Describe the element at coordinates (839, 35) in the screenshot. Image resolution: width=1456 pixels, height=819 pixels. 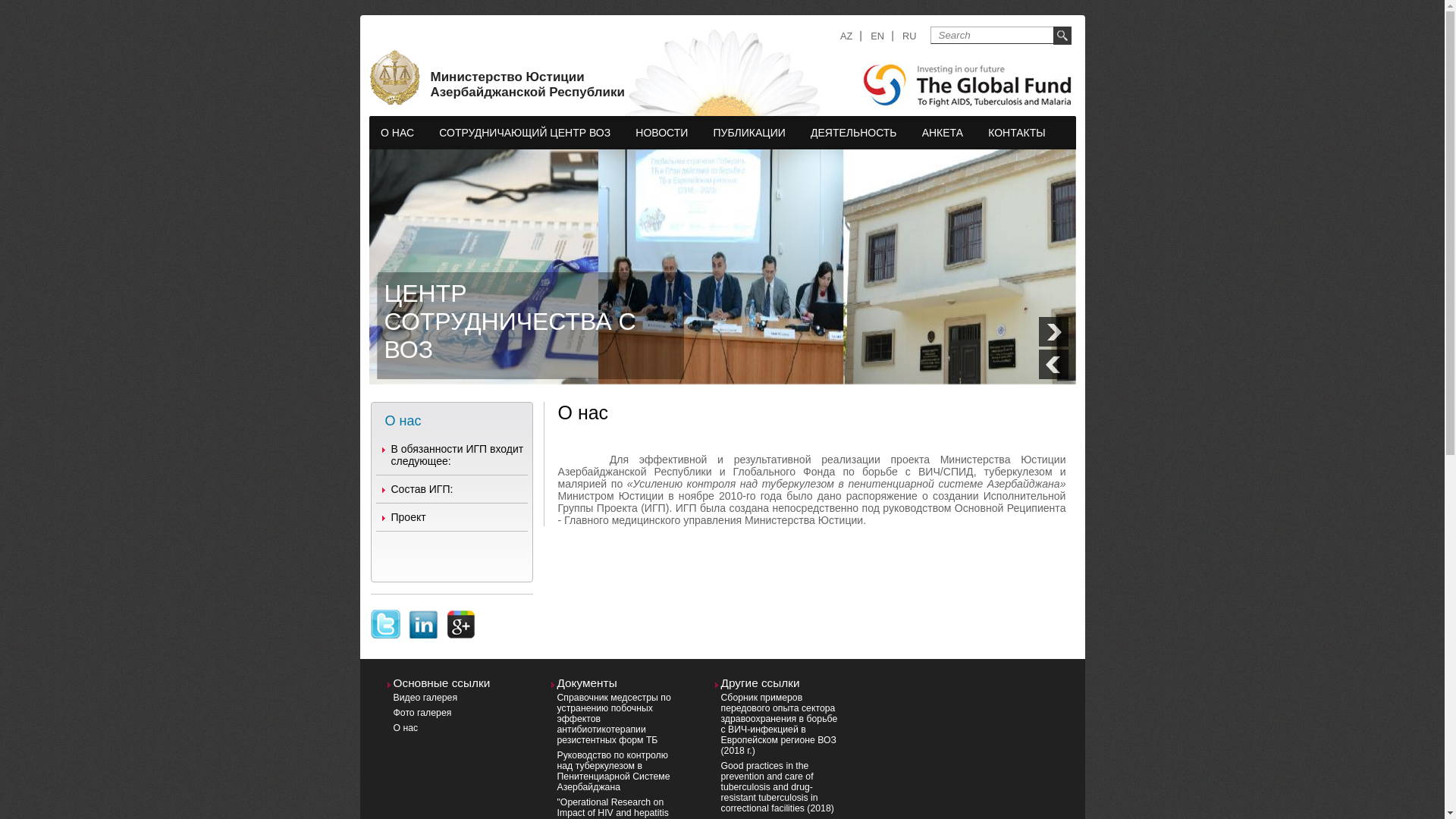
I see `'AZ'` at that location.